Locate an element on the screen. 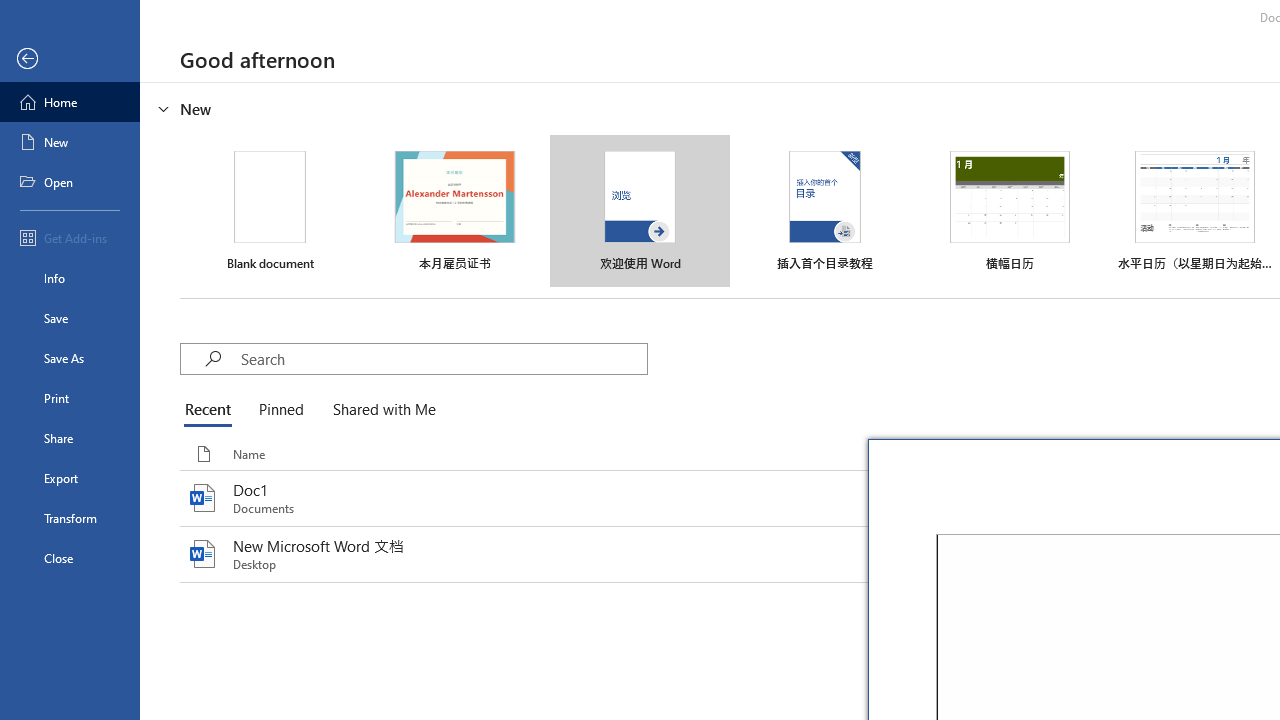  'New' is located at coordinates (69, 140).